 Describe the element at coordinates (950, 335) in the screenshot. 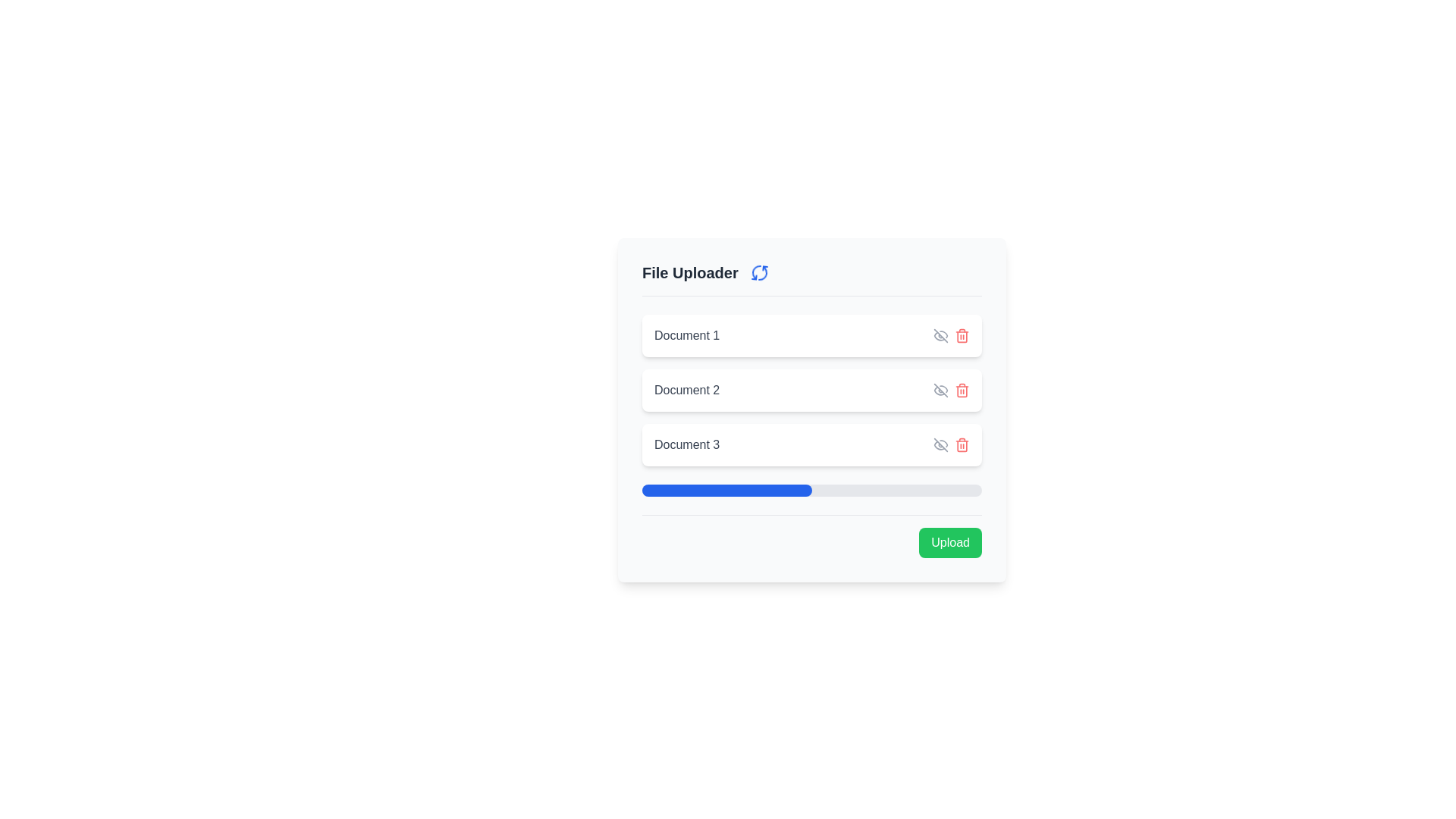

I see `the group of action icons located in the rightmost part of the horizontal line containing 'Document 1'` at that location.